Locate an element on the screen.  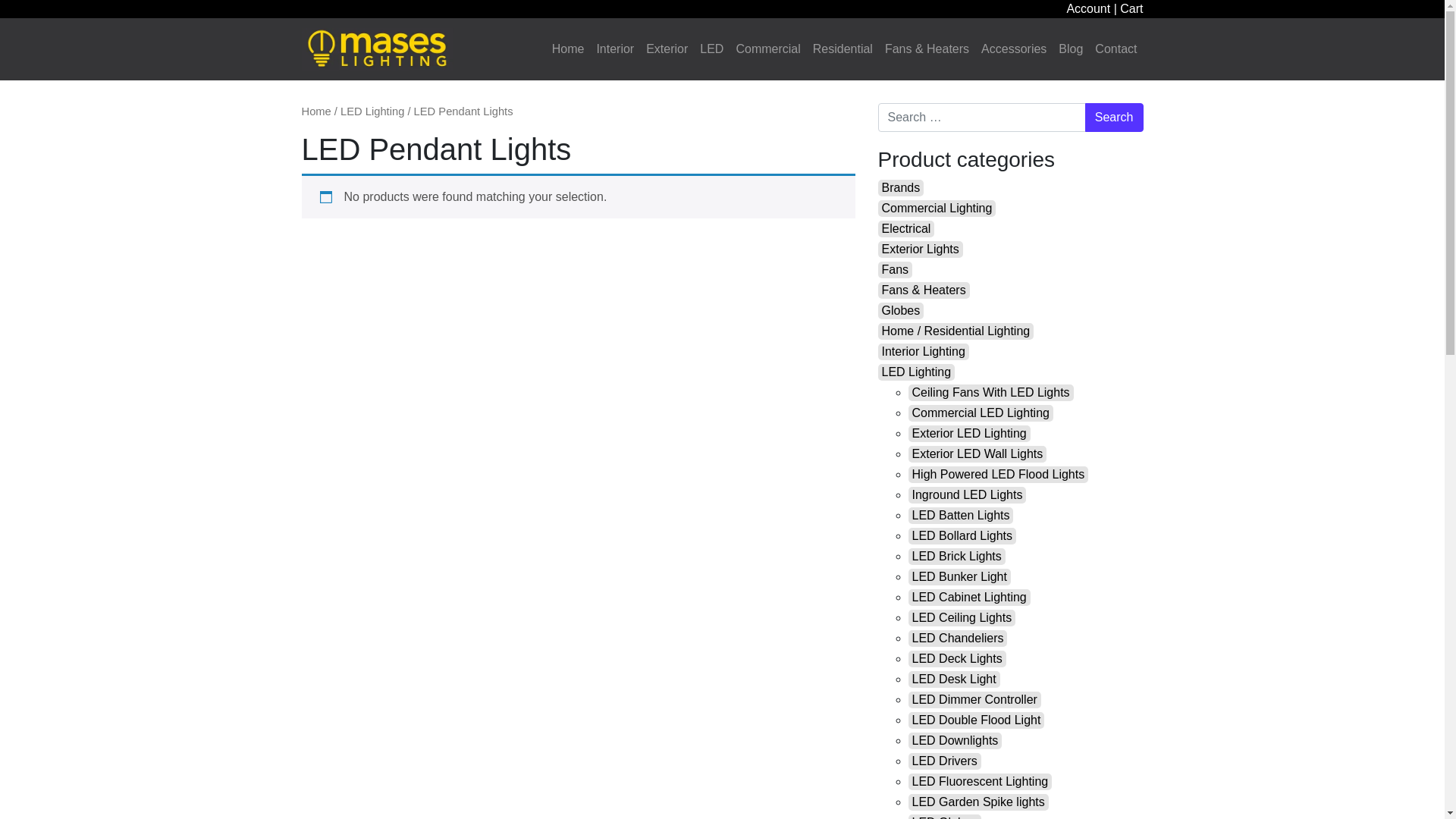
'Contact' is located at coordinates (1116, 49).